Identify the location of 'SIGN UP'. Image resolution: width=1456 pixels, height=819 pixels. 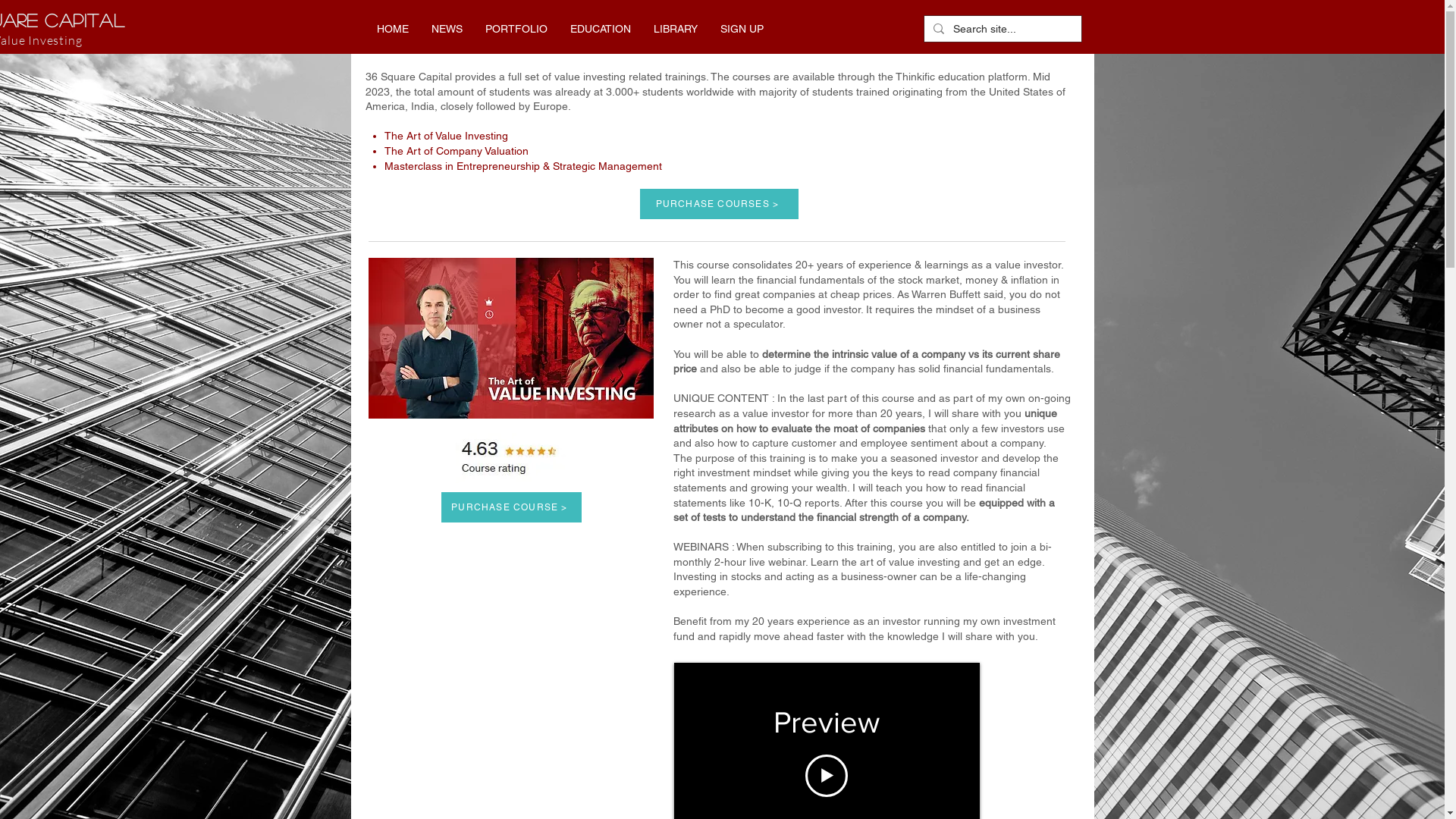
(741, 29).